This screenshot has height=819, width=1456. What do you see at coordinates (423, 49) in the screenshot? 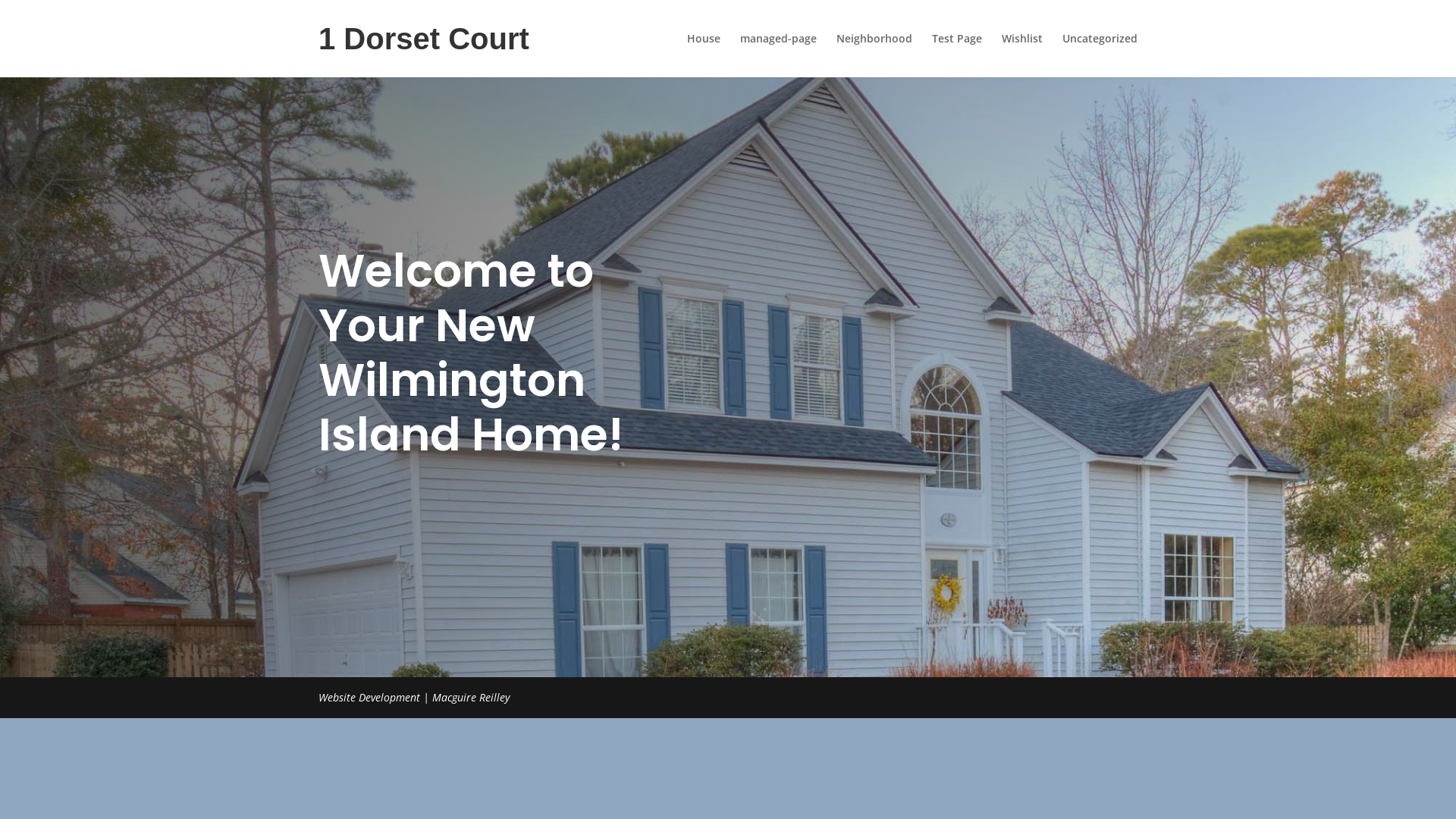
I see `'1 Dorset Court'` at bounding box center [423, 49].